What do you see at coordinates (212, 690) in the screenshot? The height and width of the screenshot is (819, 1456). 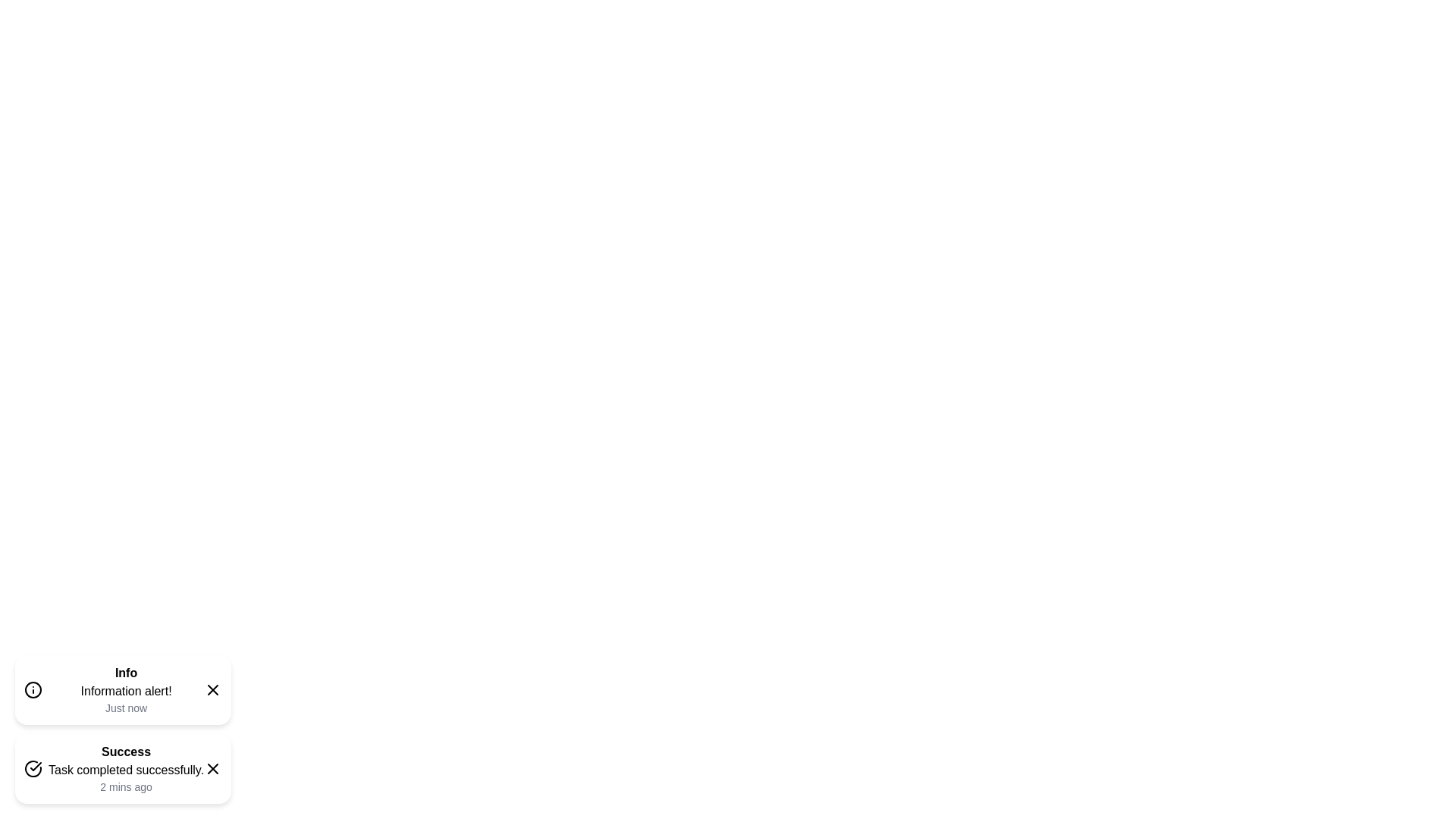 I see `the close icon of the snackbar with type info` at bounding box center [212, 690].